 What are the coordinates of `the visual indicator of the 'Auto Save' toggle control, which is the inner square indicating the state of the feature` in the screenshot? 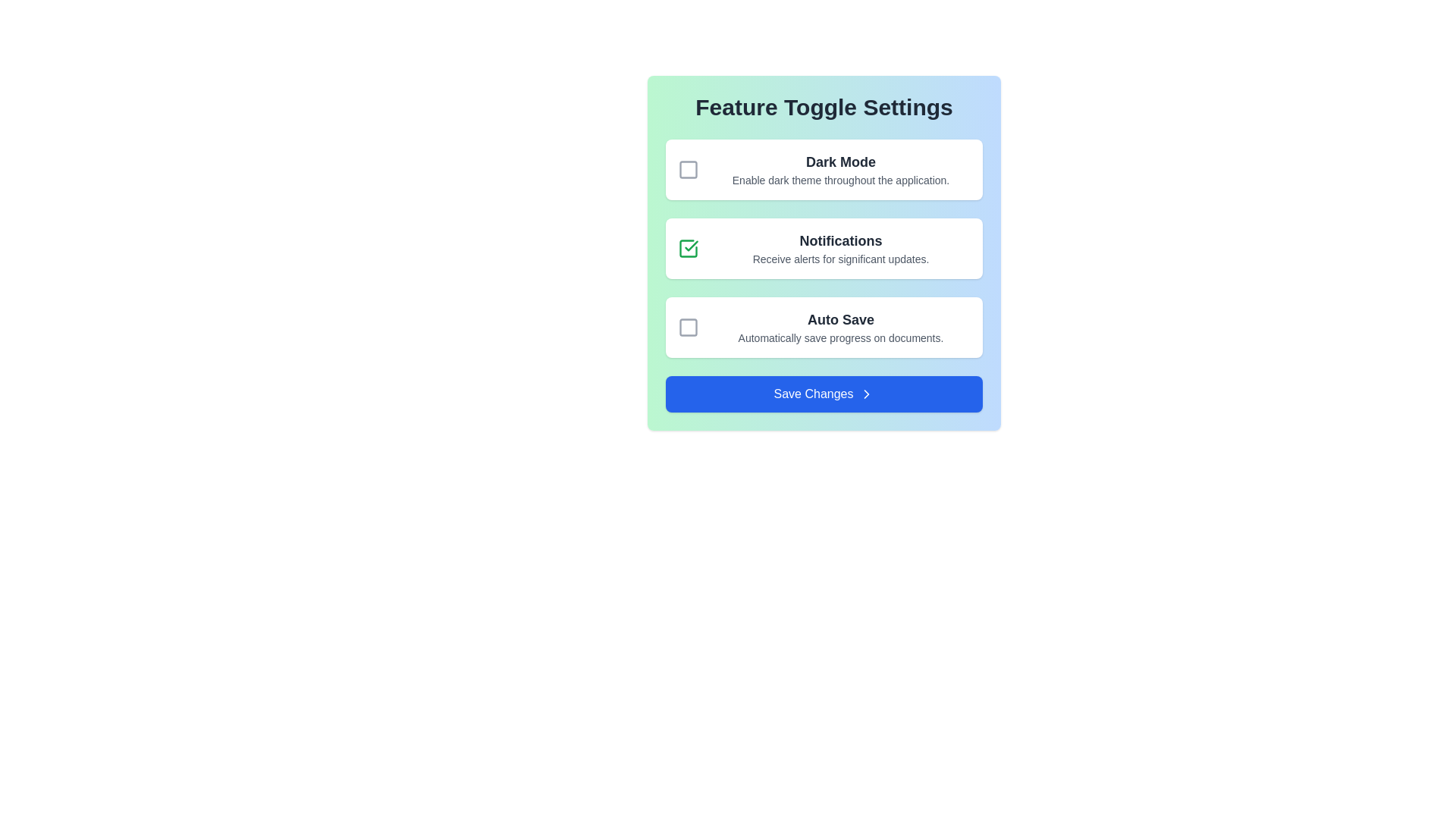 It's located at (687, 327).